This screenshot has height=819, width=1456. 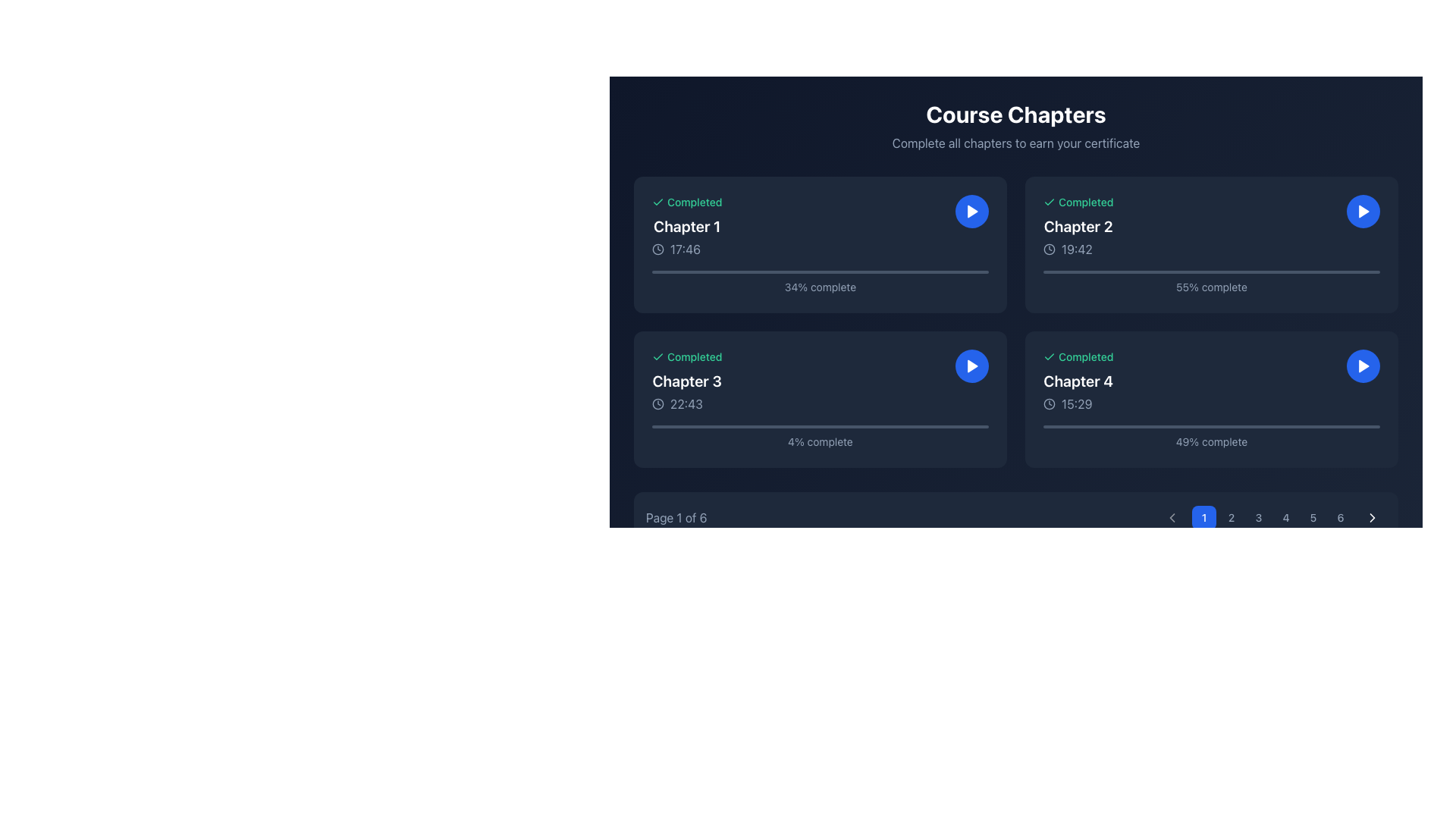 What do you see at coordinates (1272, 516) in the screenshot?
I see `the pagination button located at the bottom center of the interface` at bounding box center [1272, 516].